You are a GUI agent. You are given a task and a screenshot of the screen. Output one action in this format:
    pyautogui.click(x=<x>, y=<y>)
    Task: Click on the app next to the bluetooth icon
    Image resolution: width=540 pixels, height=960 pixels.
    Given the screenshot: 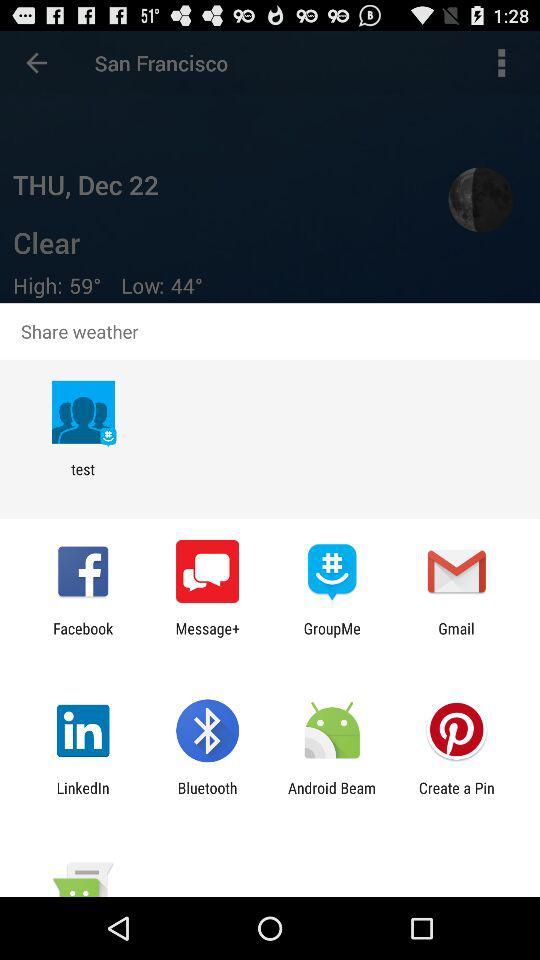 What is the action you would take?
    pyautogui.click(x=82, y=796)
    